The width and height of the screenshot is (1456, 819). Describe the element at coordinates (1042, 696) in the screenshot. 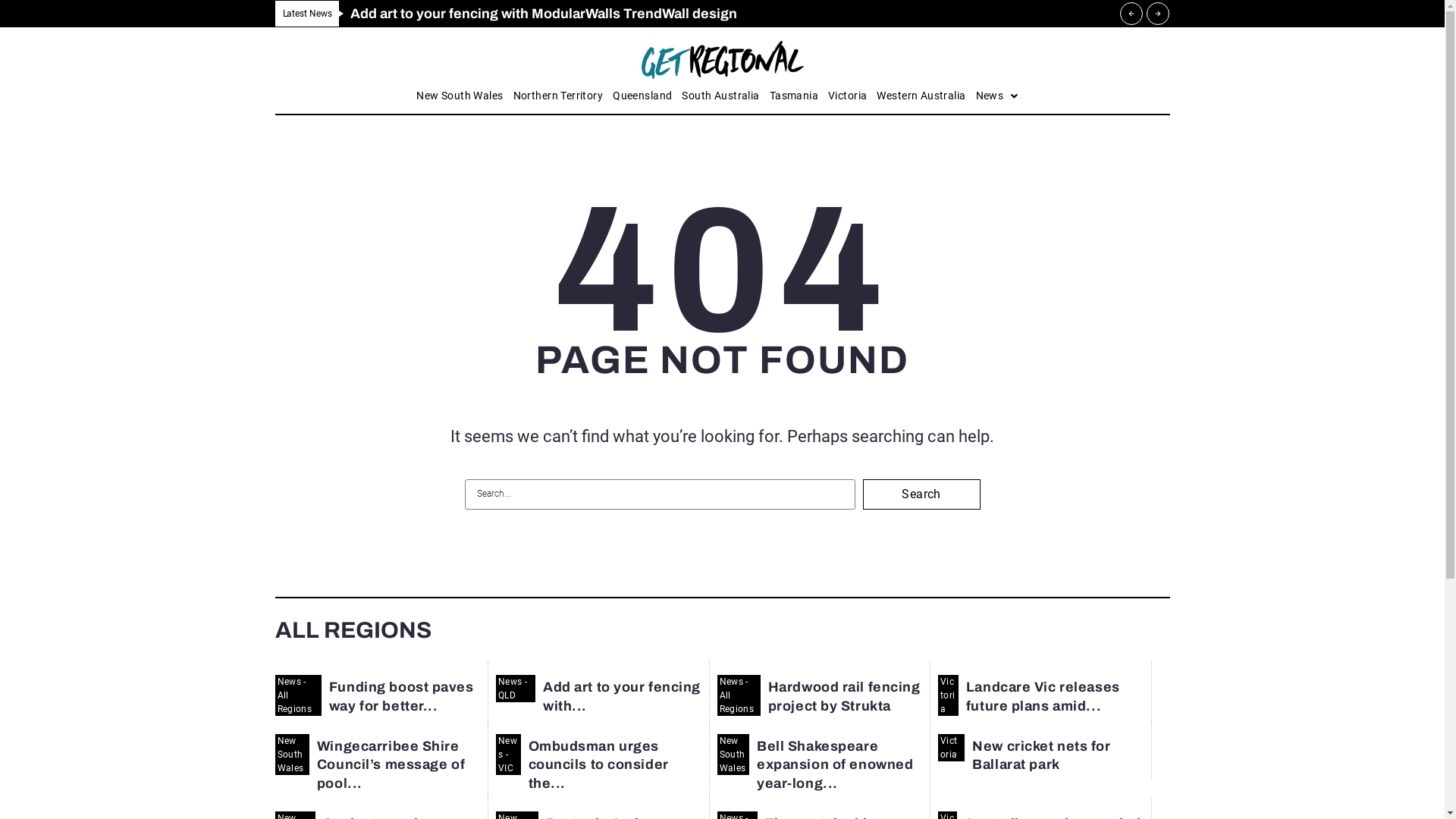

I see `'Landcare Vic releases future plans amid...'` at that location.